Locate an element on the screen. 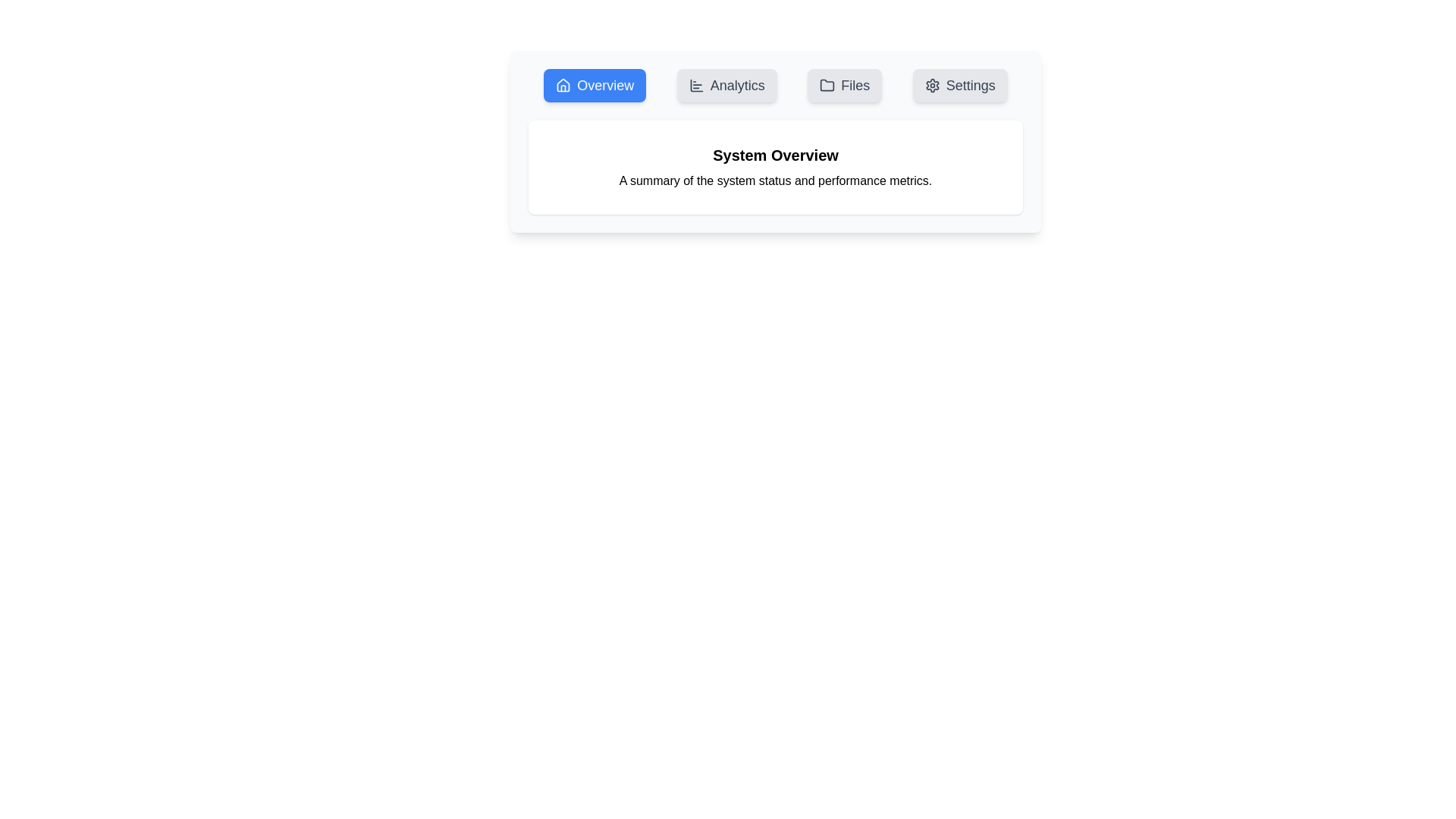 The width and height of the screenshot is (1456, 819). the 'Overview' navigation button with a blue background and white text located at the far left of the navigation group is located at coordinates (594, 85).